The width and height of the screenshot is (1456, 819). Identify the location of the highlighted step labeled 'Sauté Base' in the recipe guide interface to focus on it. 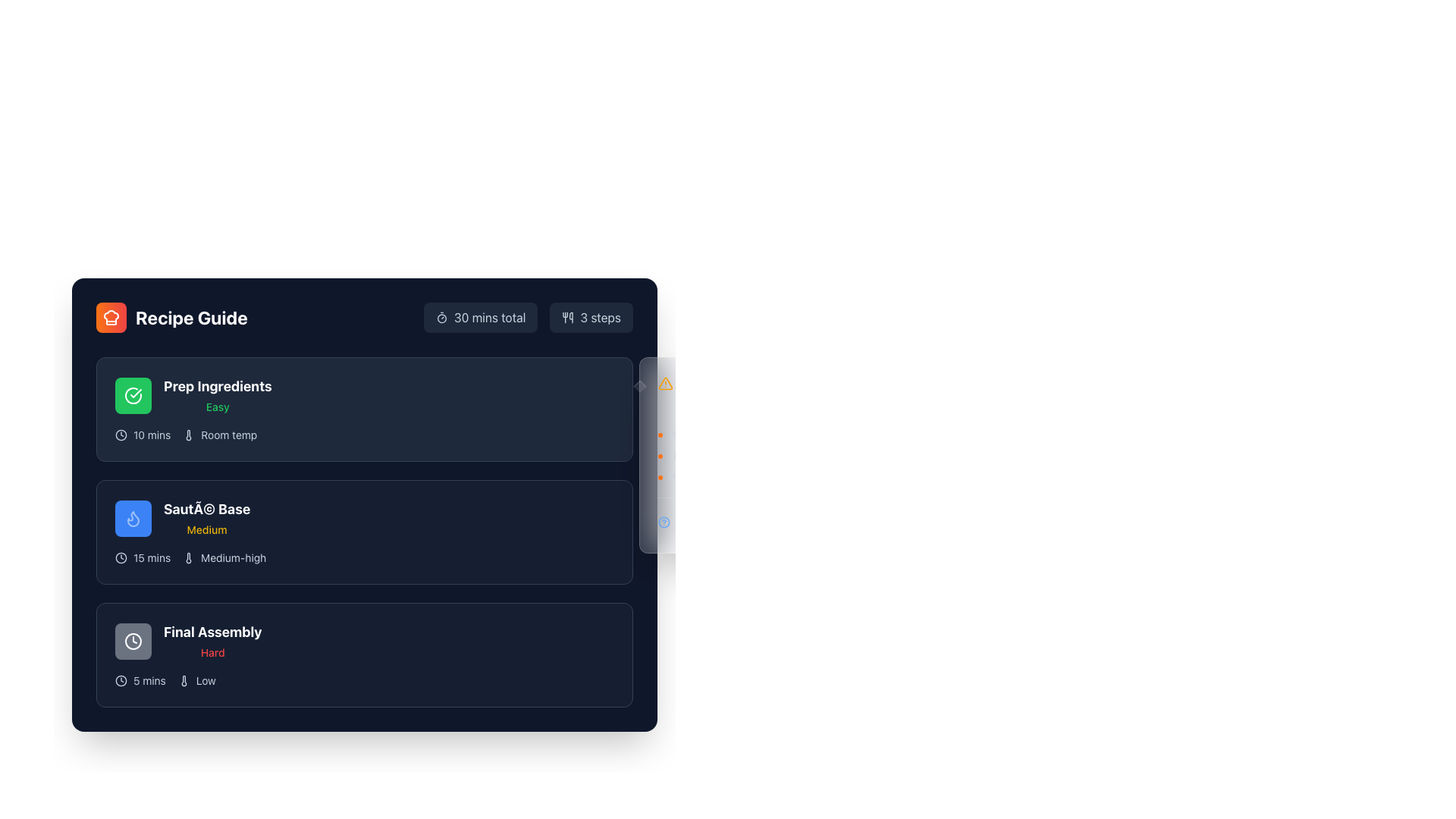
(364, 532).